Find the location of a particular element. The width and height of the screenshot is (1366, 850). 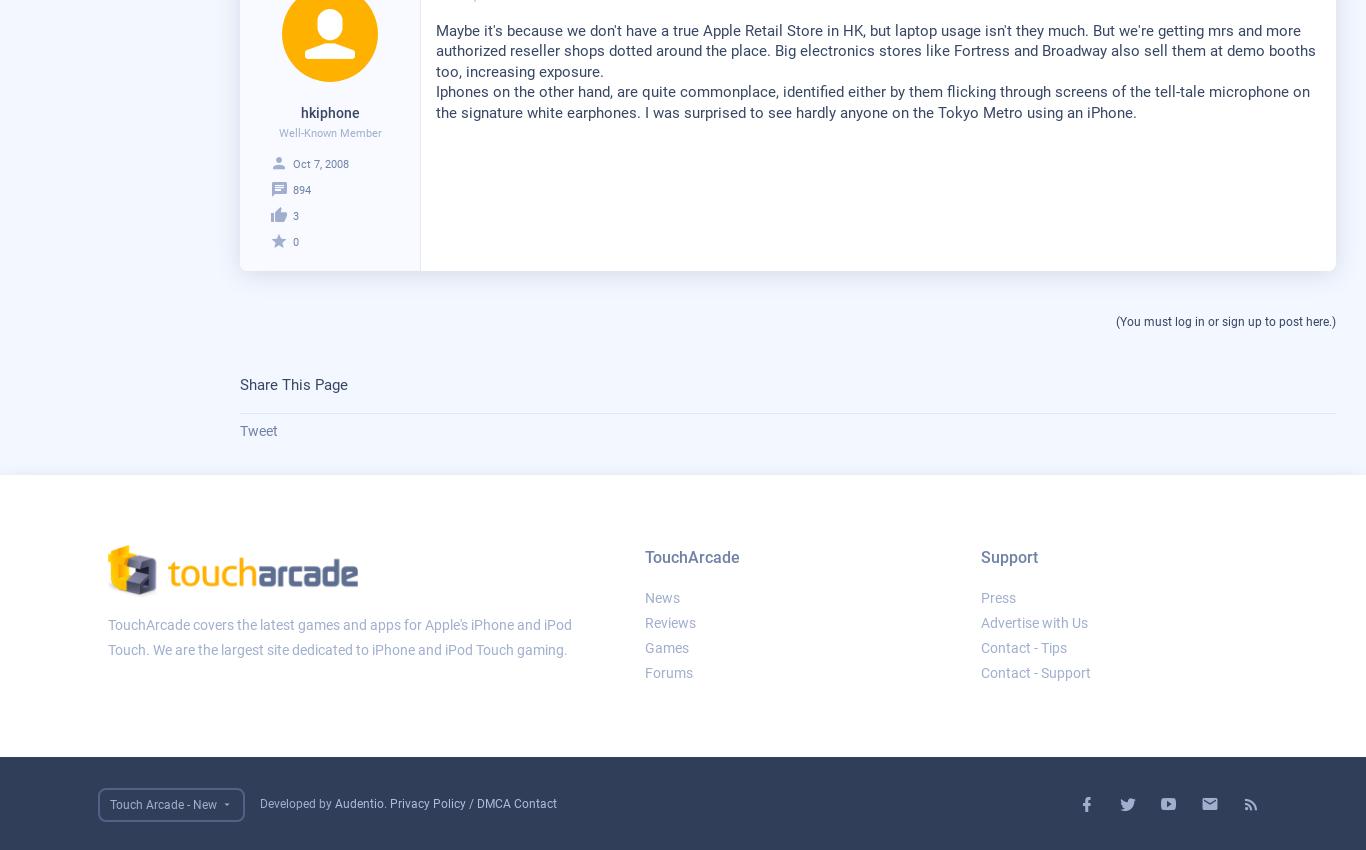

'0' is located at coordinates (293, 241).